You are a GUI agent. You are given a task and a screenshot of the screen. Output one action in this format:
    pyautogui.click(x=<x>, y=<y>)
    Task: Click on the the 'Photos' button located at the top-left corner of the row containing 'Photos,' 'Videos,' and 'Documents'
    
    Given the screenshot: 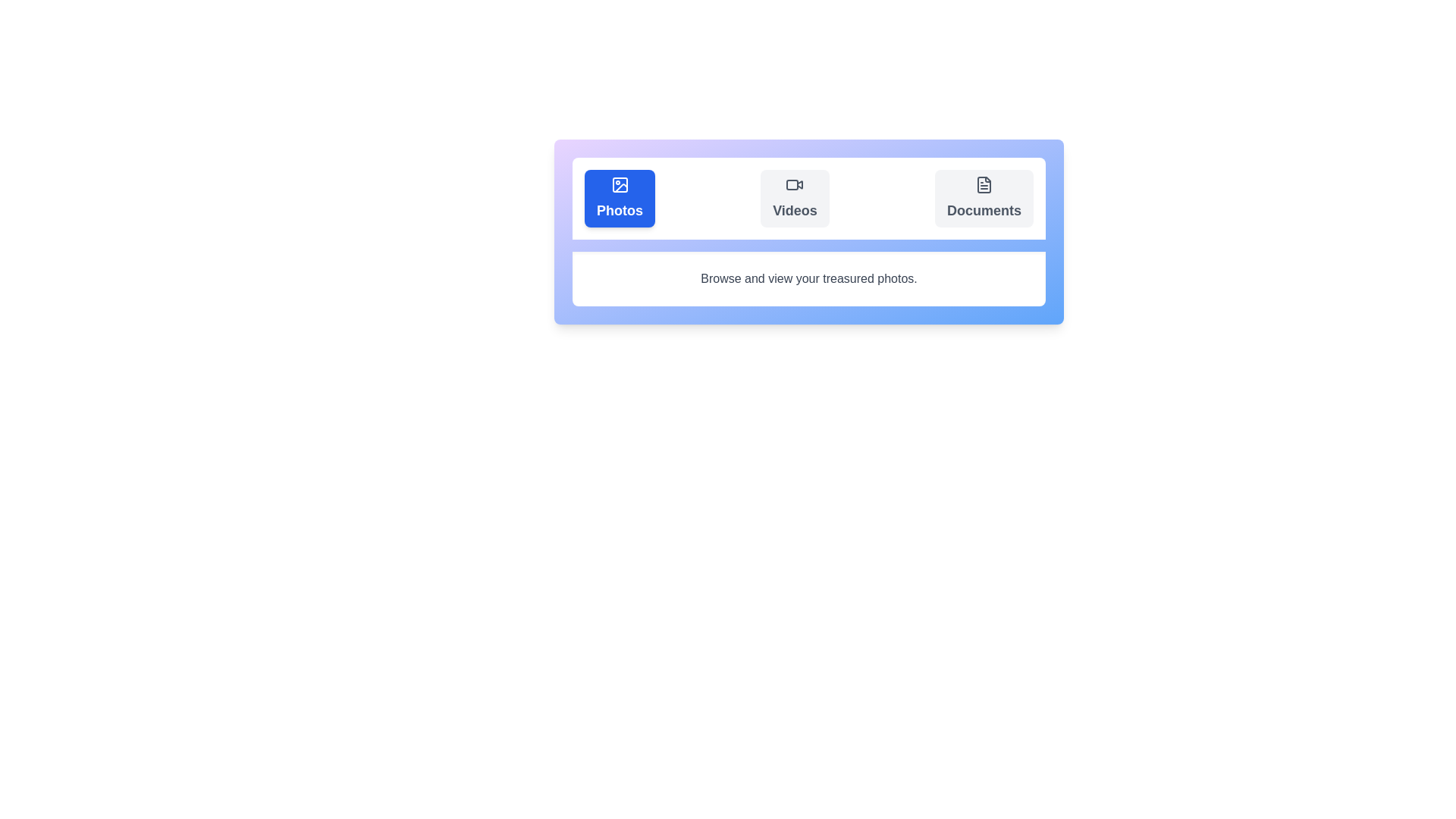 What is the action you would take?
    pyautogui.click(x=620, y=184)
    